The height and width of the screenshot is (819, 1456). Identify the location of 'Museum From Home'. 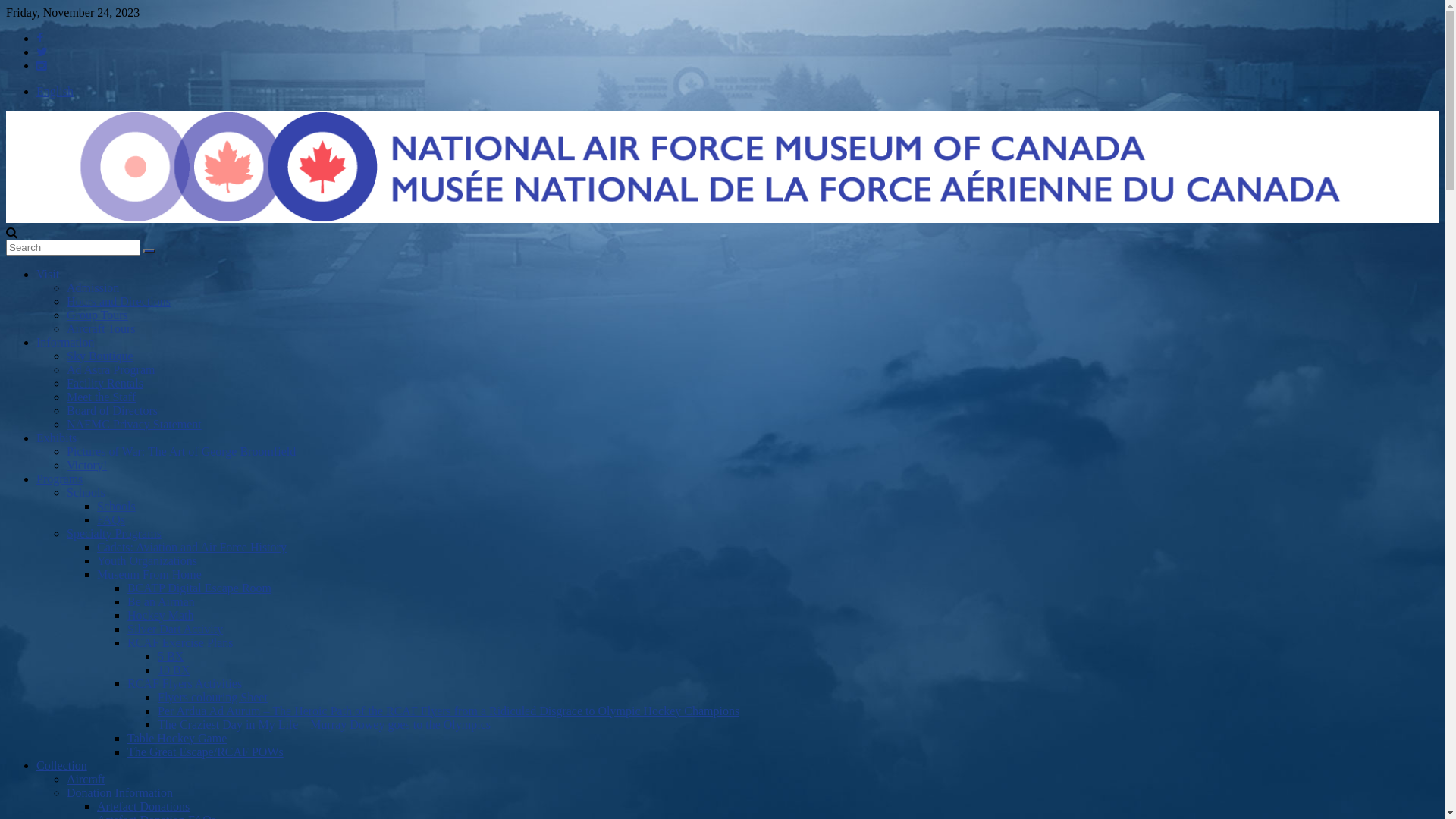
(149, 574).